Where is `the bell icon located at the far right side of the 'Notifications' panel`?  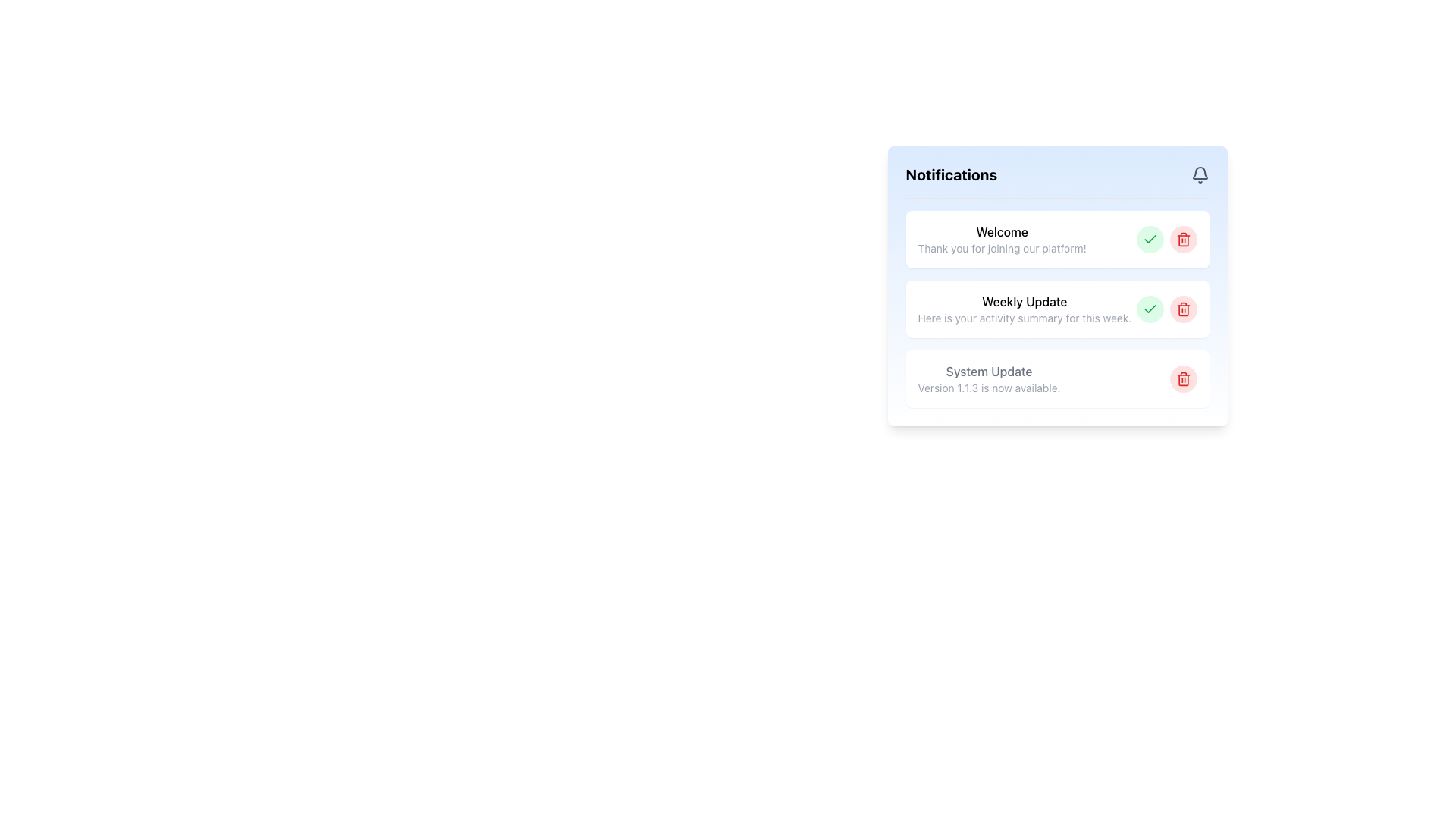 the bell icon located at the far right side of the 'Notifications' panel is located at coordinates (1199, 174).